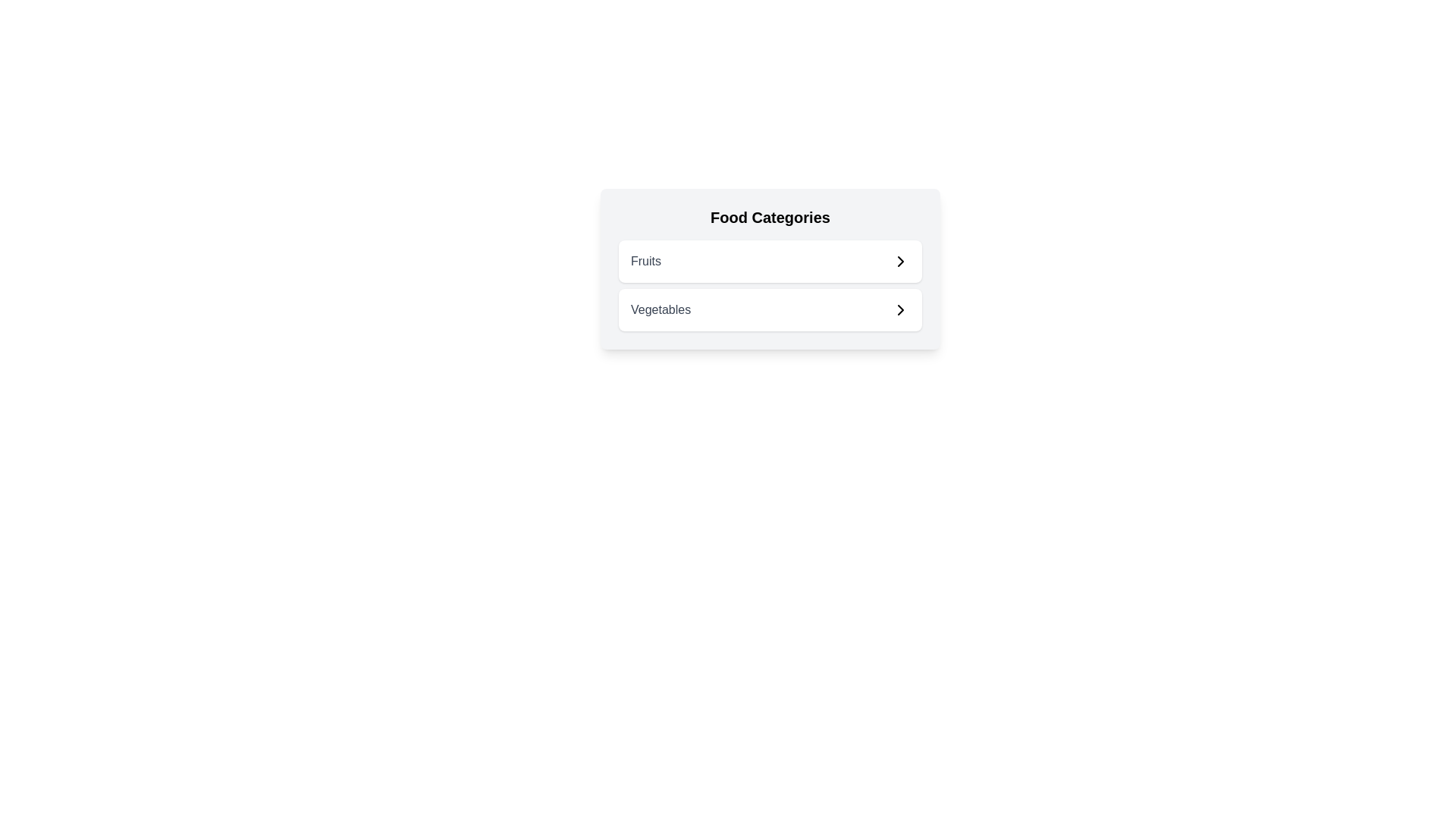 Image resolution: width=1456 pixels, height=819 pixels. Describe the element at coordinates (901, 260) in the screenshot. I see `the small right-pointing arrow icon in the 'Fruits' list item of the 'Food Categories' section` at that location.